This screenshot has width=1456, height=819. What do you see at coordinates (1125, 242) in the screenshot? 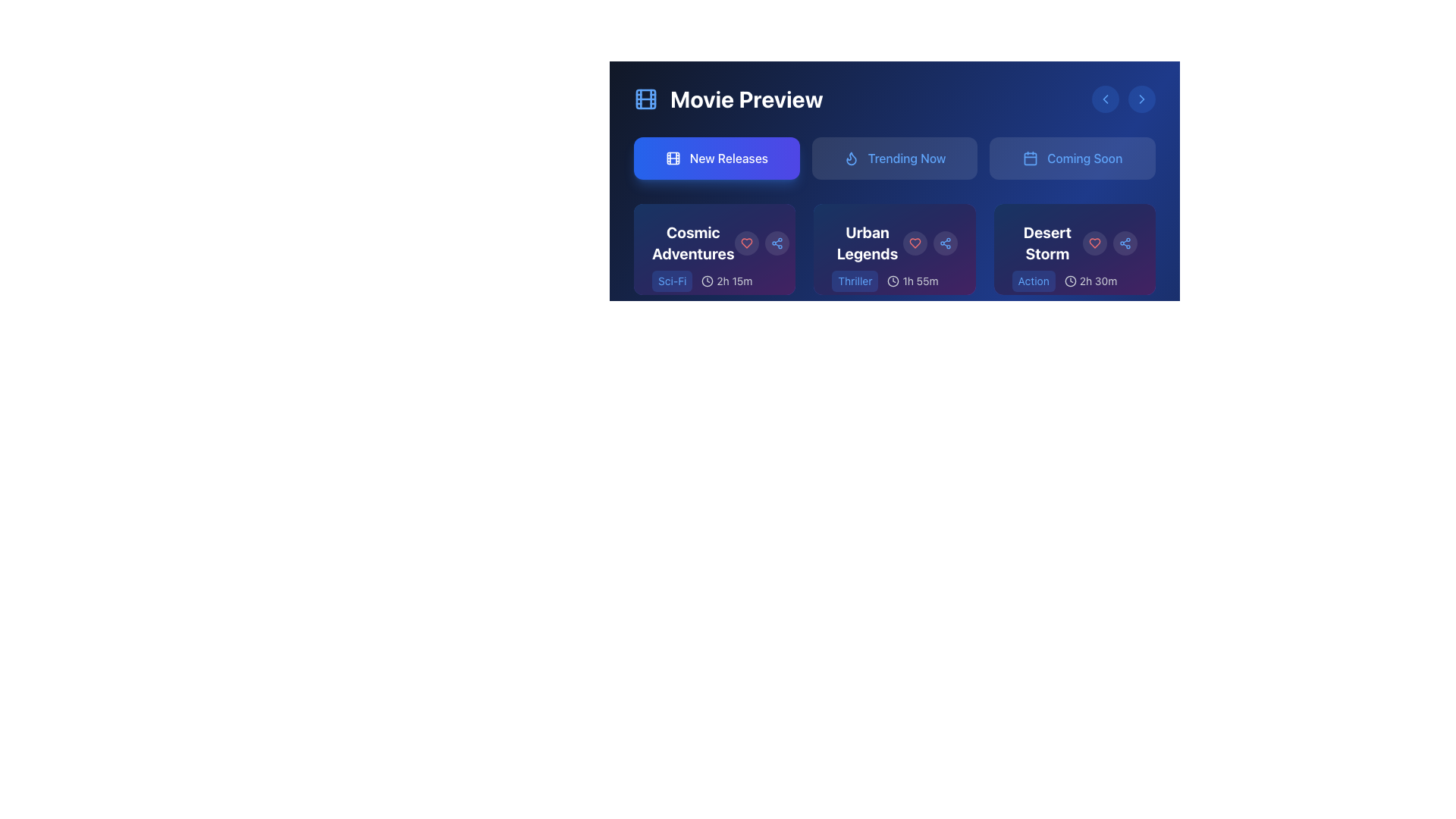
I see `the share button located to the right of the 'Heart' icon button in the controls area below the 'Desert Storm' movie card` at bounding box center [1125, 242].